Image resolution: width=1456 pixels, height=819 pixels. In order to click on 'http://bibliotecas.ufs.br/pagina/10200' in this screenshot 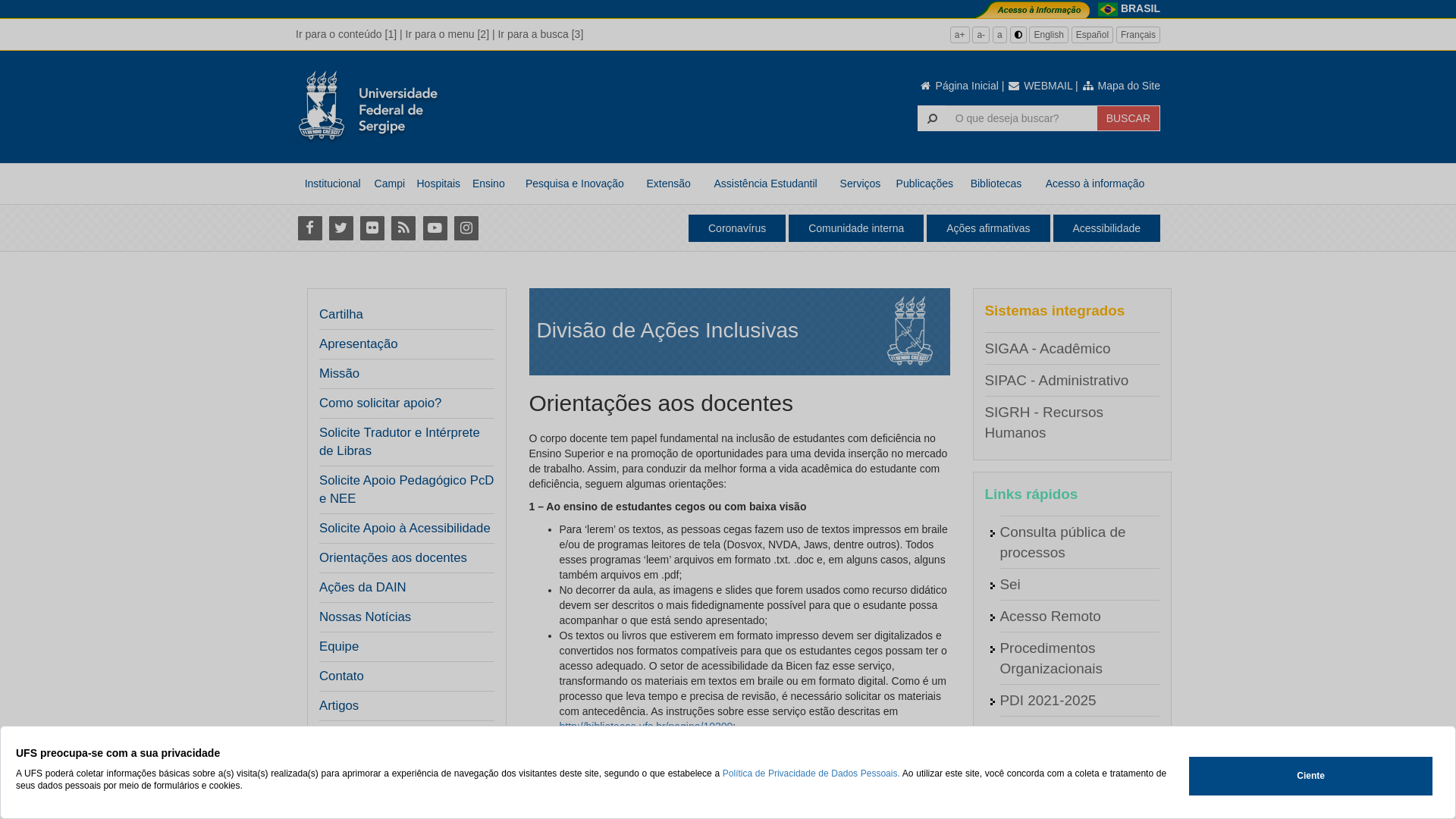, I will do `click(646, 725)`.